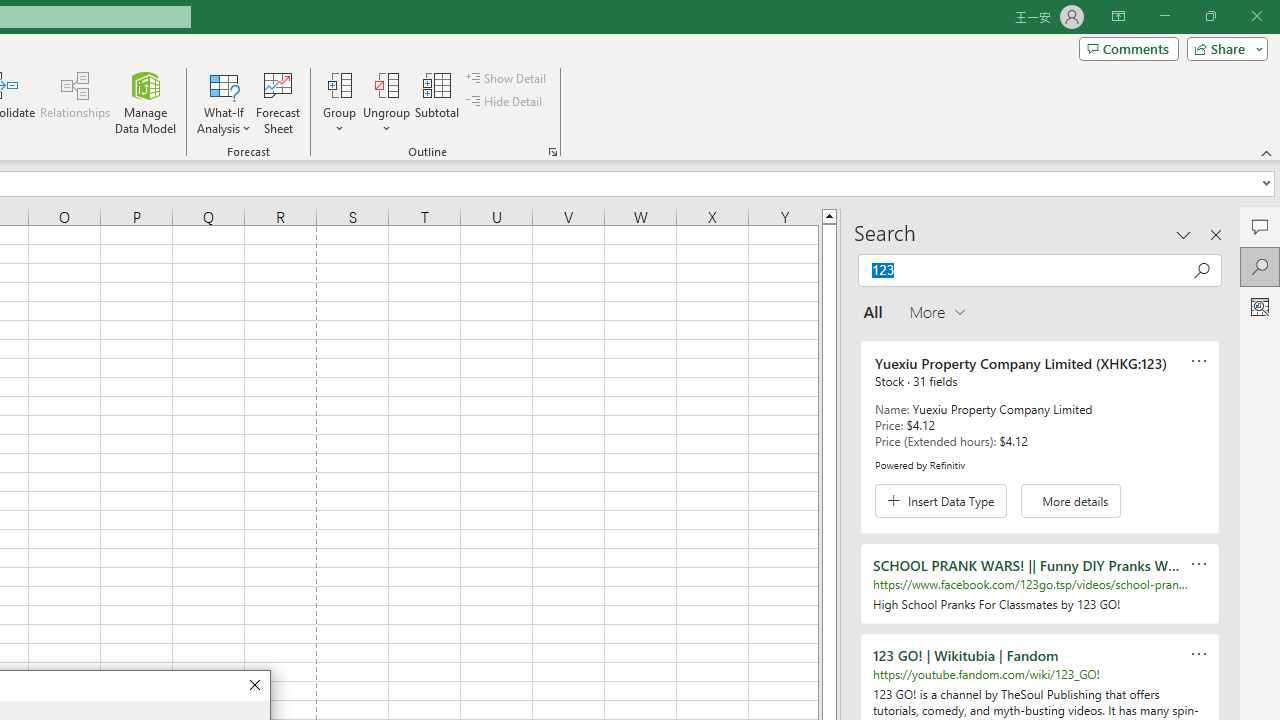  Describe the element at coordinates (436, 103) in the screenshot. I see `'Subtotal'` at that location.